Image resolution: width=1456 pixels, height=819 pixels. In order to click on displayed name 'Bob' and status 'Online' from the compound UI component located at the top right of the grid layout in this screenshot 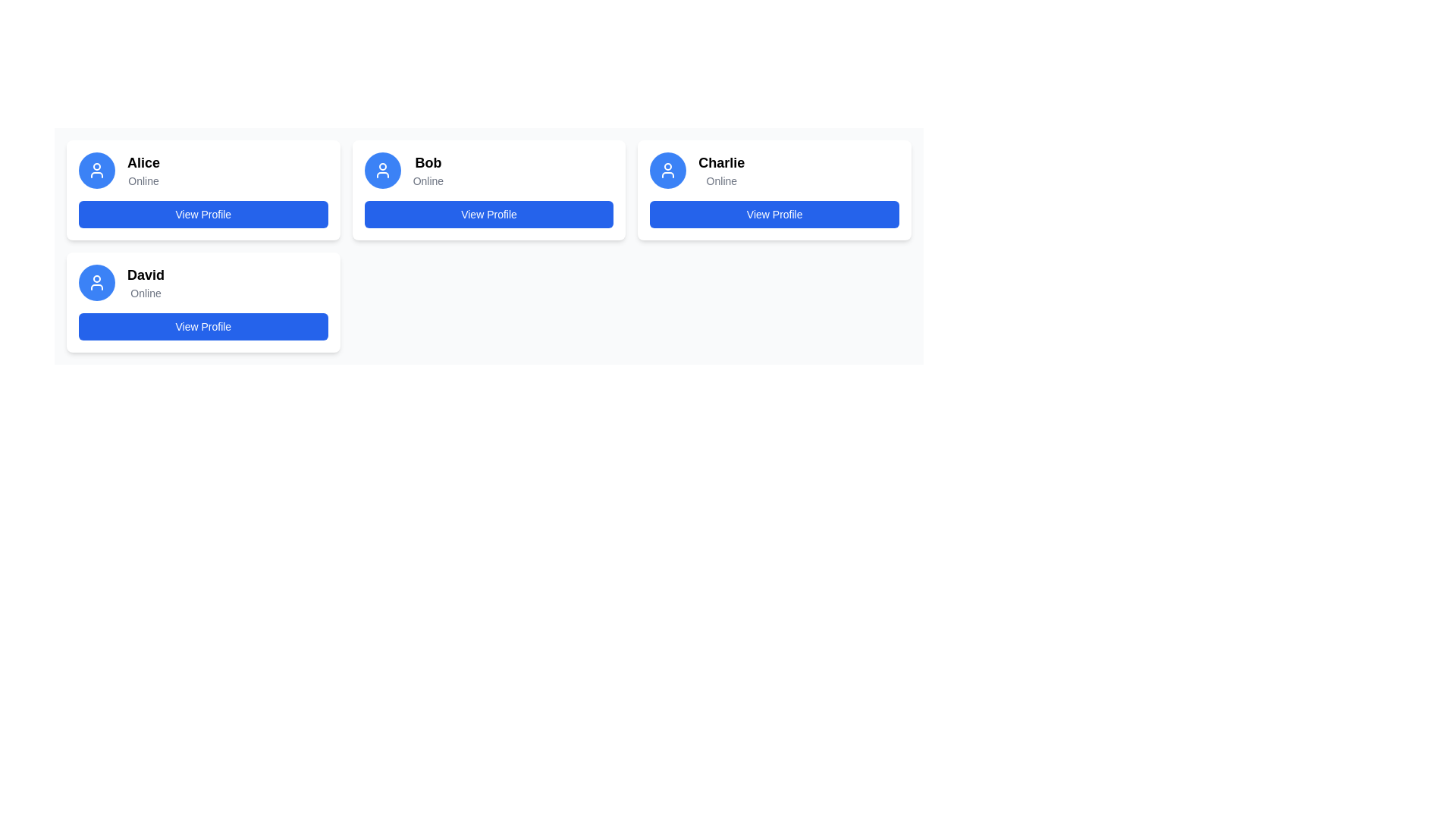, I will do `click(427, 170)`.